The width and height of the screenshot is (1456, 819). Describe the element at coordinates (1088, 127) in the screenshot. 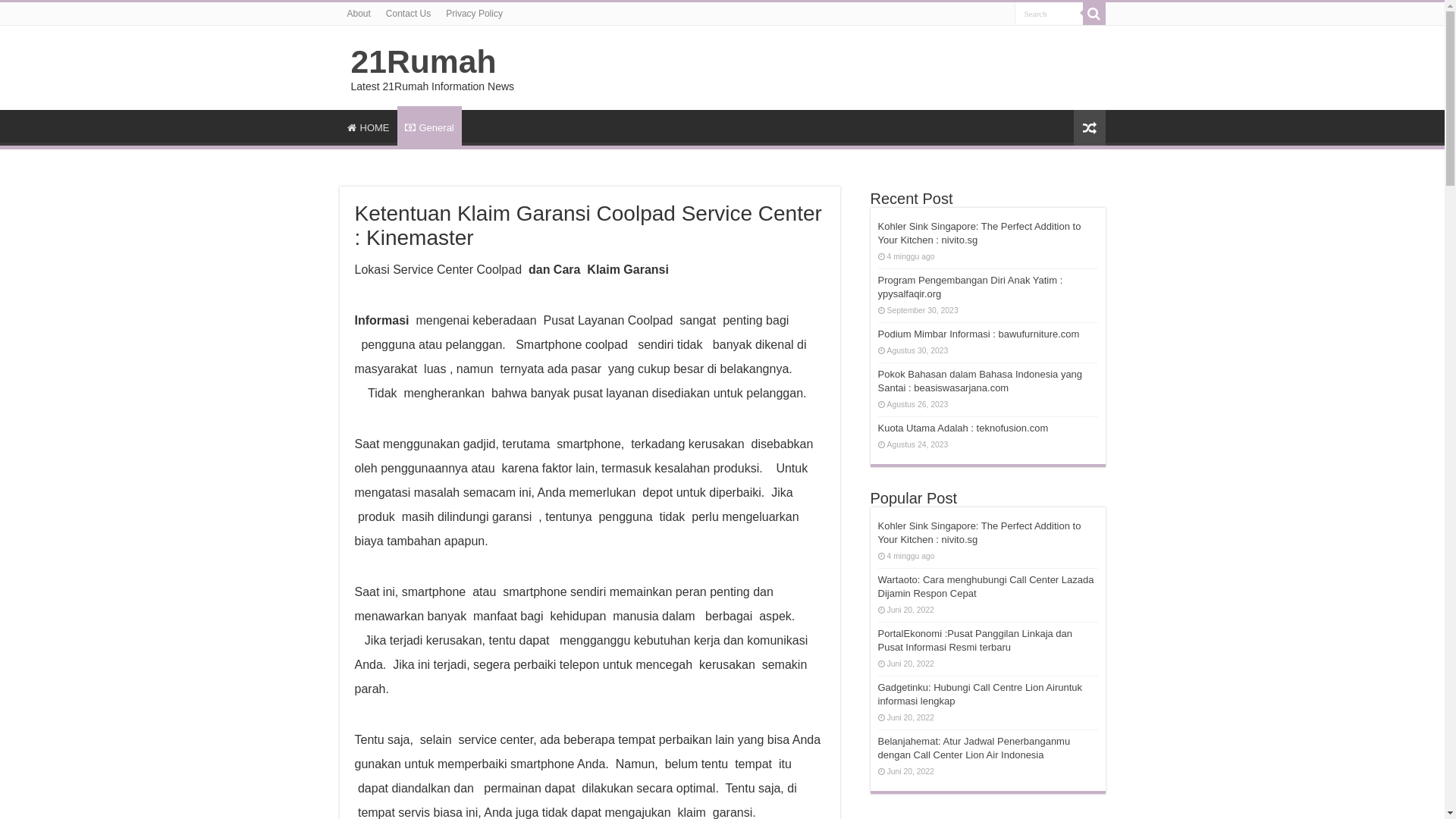

I see `'Random Article'` at that location.